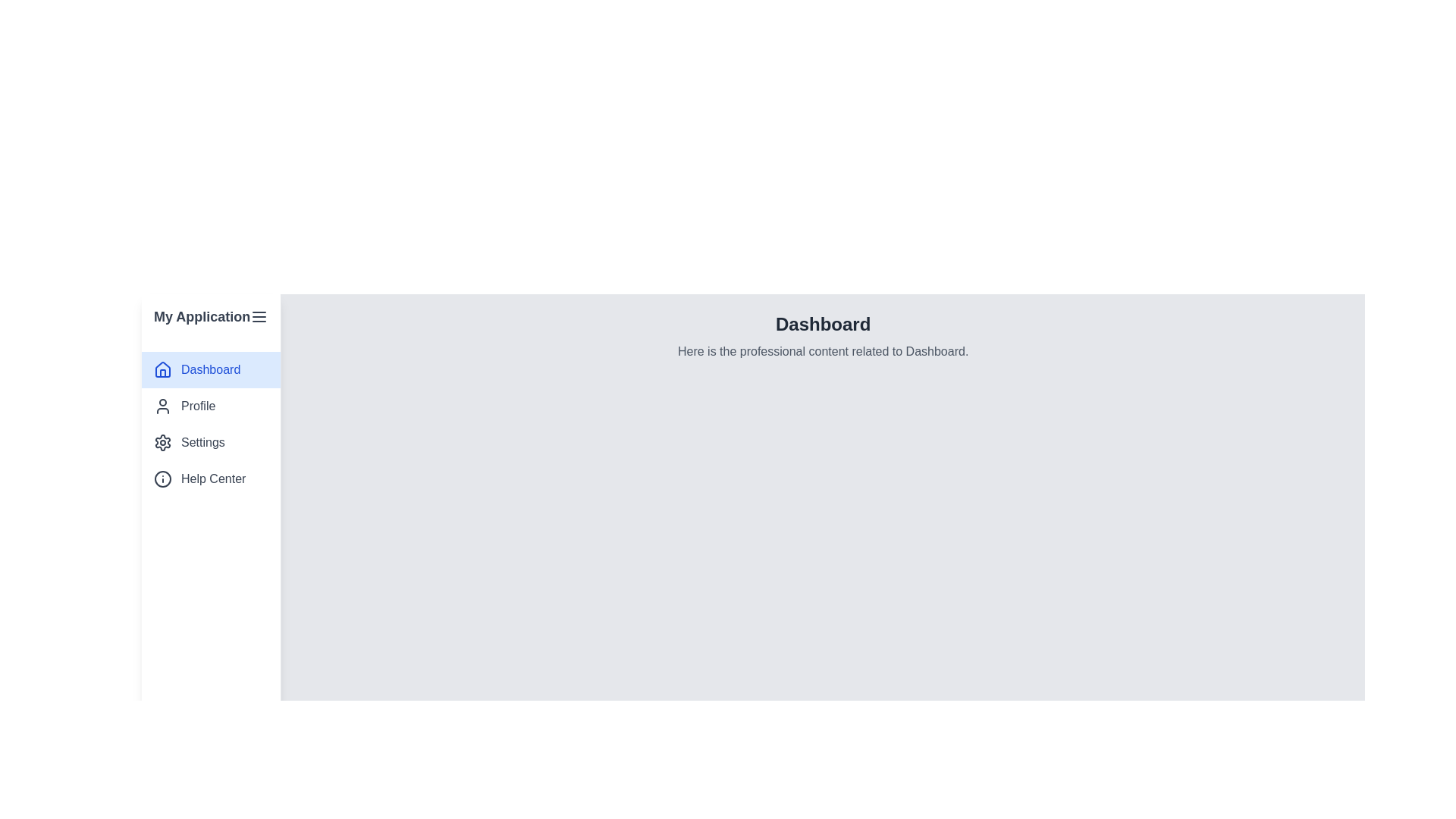 Image resolution: width=1456 pixels, height=819 pixels. Describe the element at coordinates (210, 424) in the screenshot. I see `the 'Profile' item in the vertical navigation bar located in the sidebar of 'My Application' to potentially reveal additional information or tooltips` at that location.